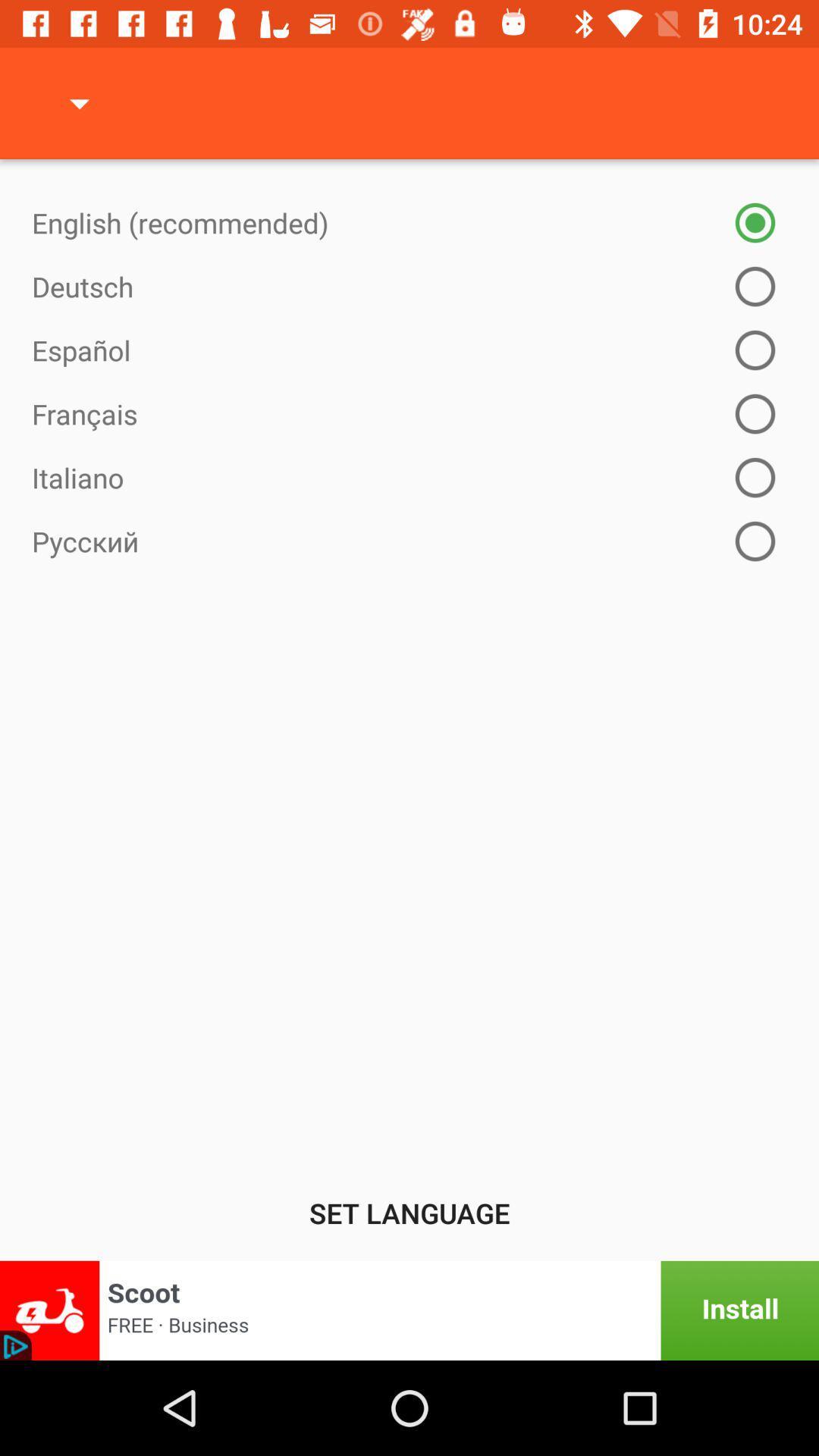  What do you see at coordinates (409, 1310) in the screenshot?
I see `item below set language` at bounding box center [409, 1310].